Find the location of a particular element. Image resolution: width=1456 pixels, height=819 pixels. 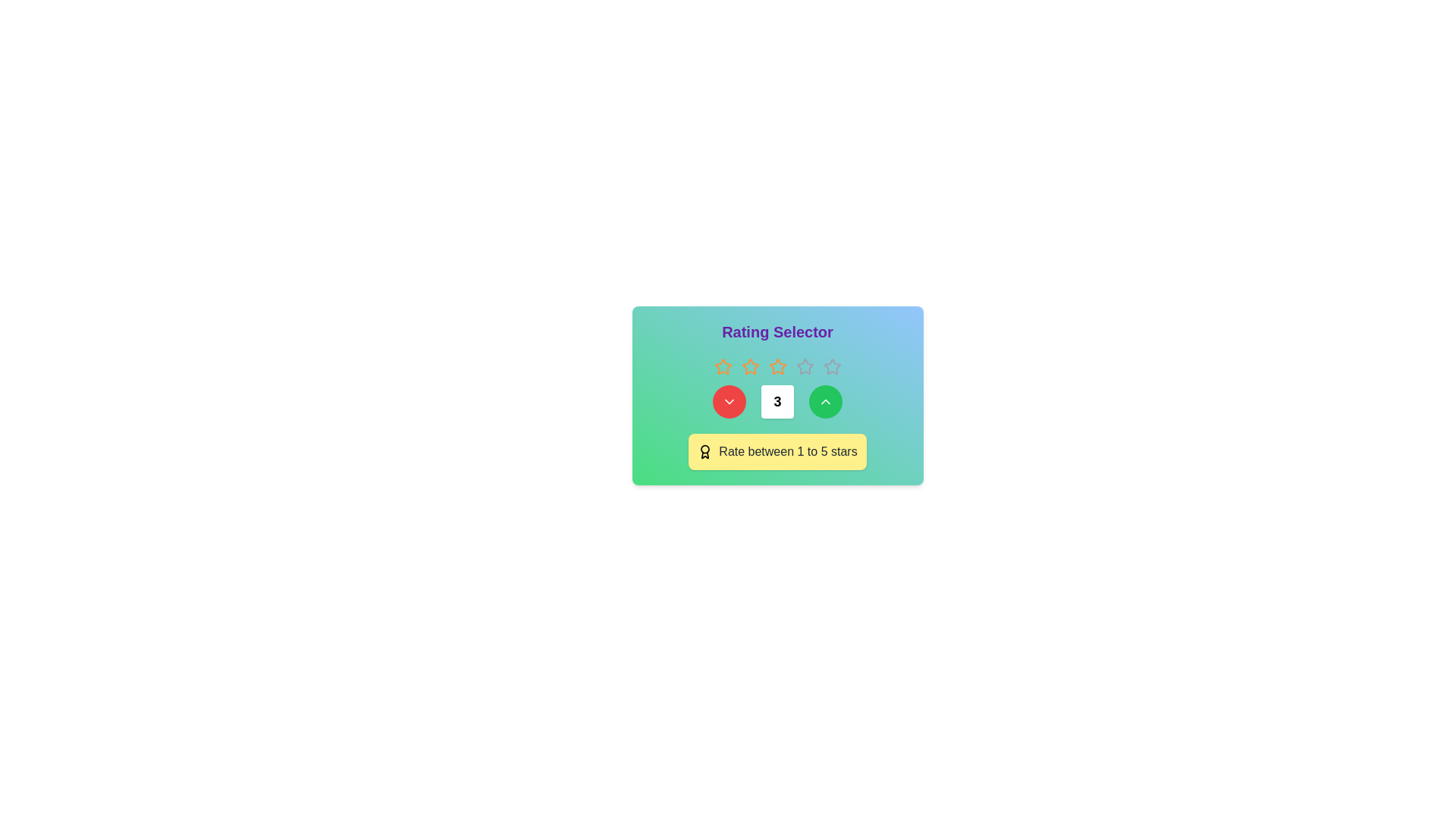

the second star-shaped icon from the left in the rating selector is located at coordinates (722, 366).